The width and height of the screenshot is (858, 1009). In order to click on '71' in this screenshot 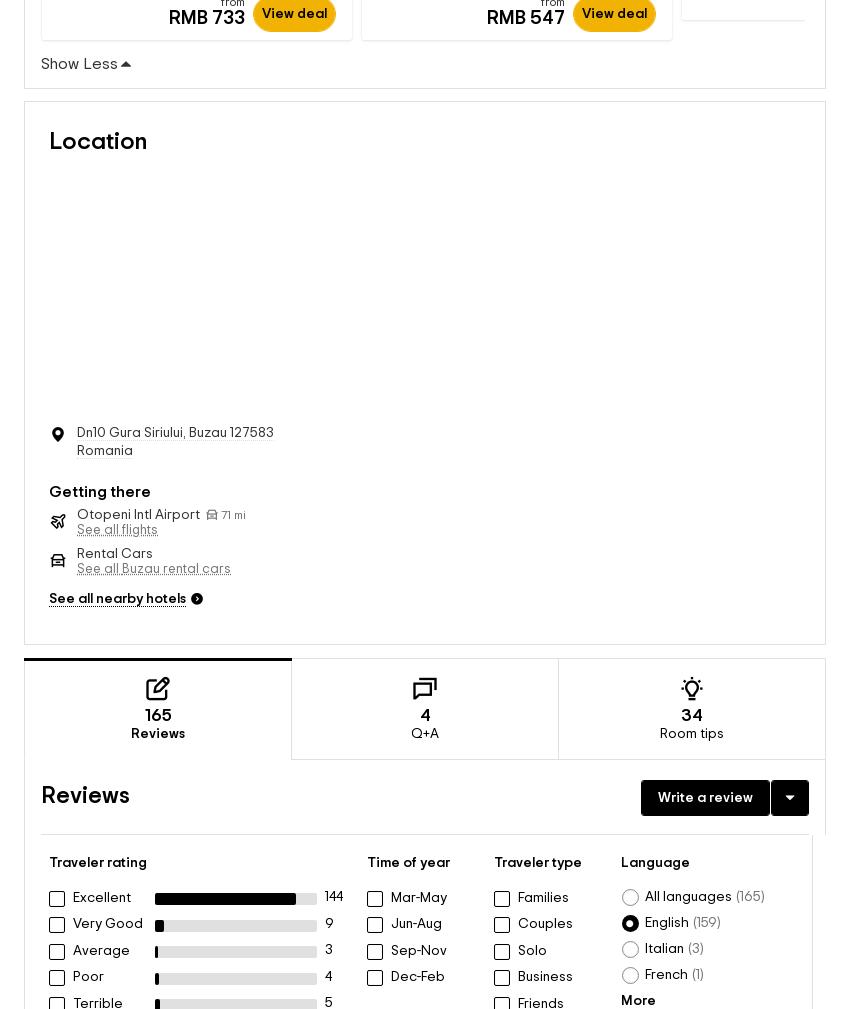, I will do `click(224, 494)`.